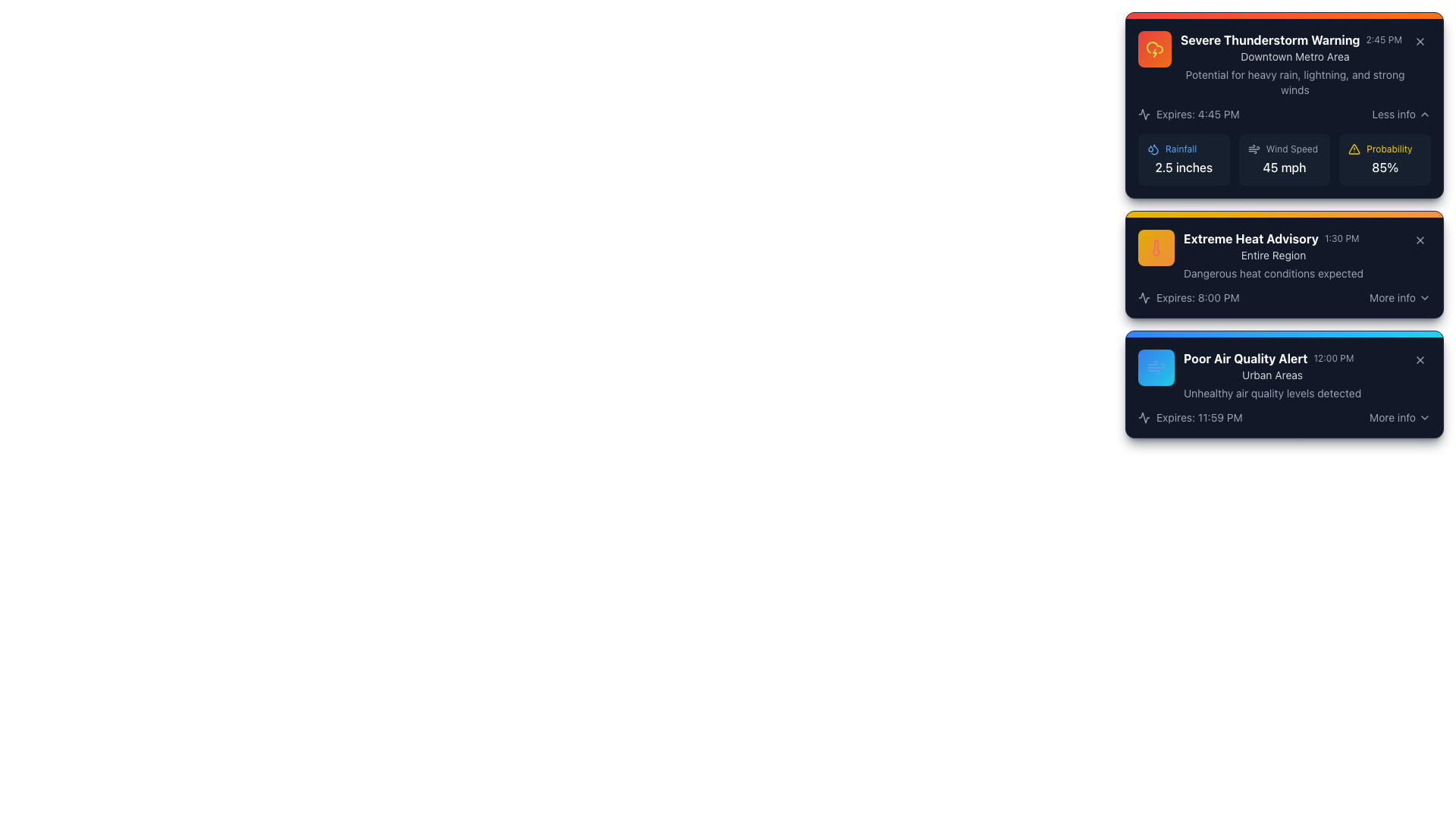 The width and height of the screenshot is (1456, 819). What do you see at coordinates (1144, 113) in the screenshot?
I see `the icon located in the uppermost card of the vertical list of alerts, positioned to the left of the text 'Expires: 4:45 PM'` at bounding box center [1144, 113].